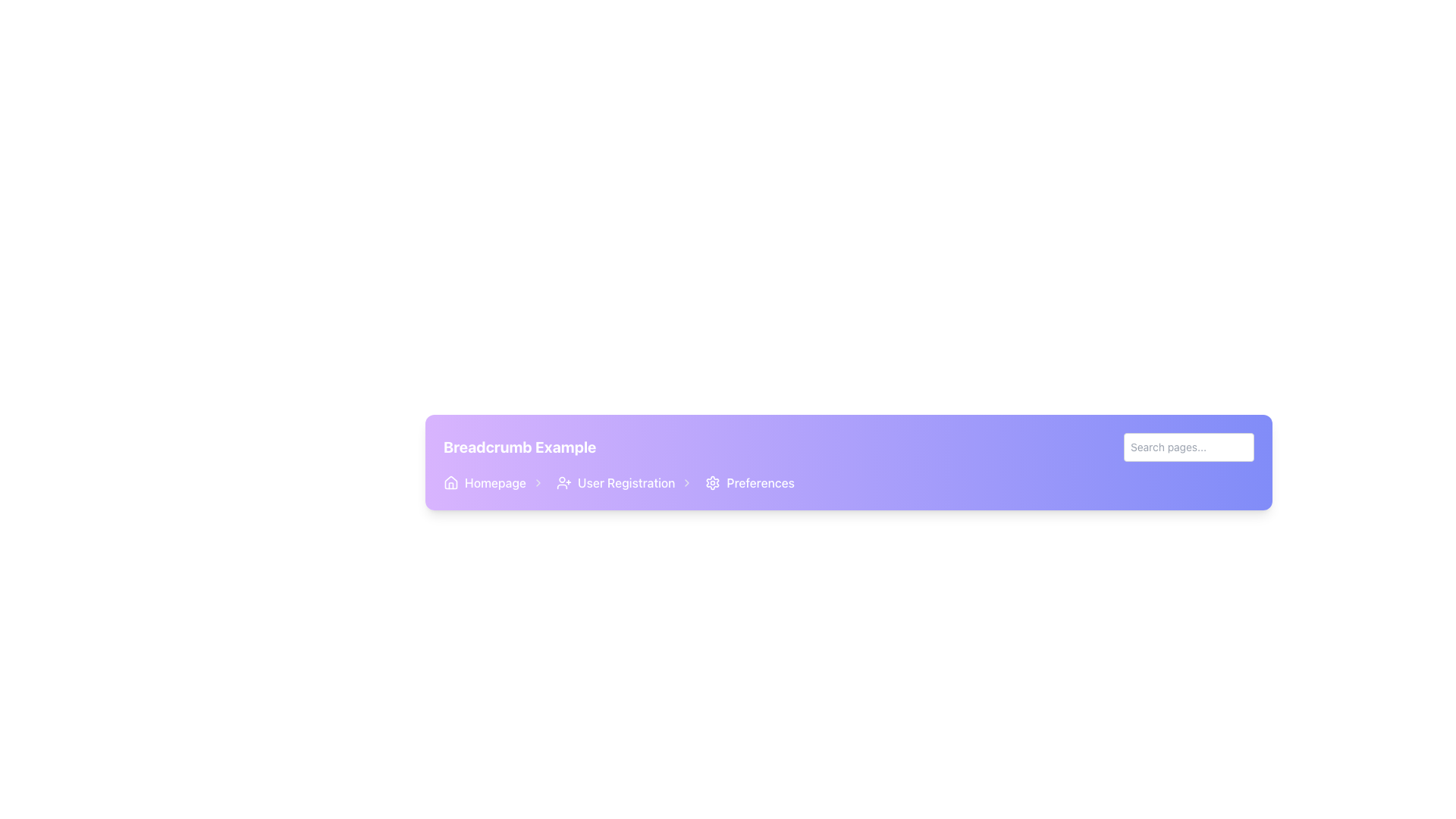 This screenshot has height=819, width=1456. I want to click on the user registration icon located to the left of the 'User Registration' text, so click(563, 482).